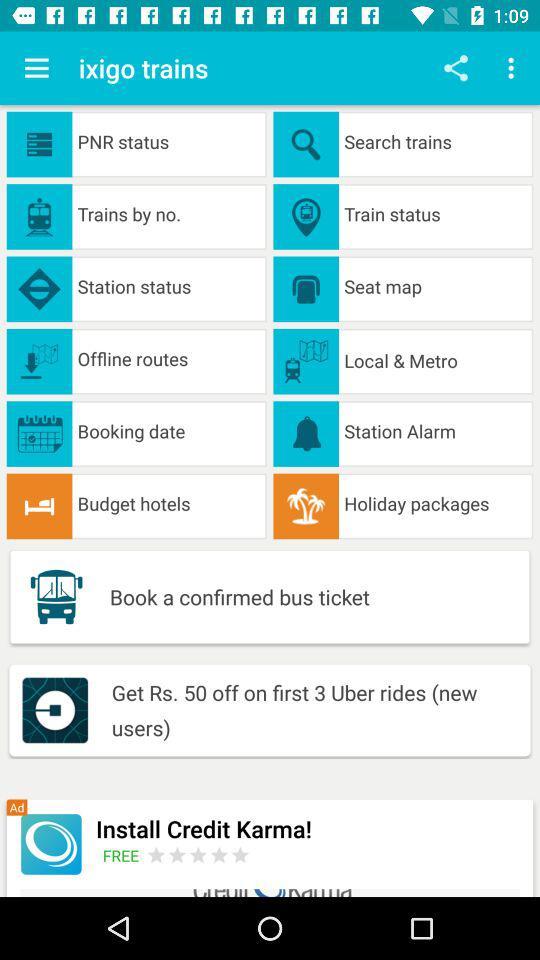  Describe the element at coordinates (513, 68) in the screenshot. I see `item above the search trains` at that location.